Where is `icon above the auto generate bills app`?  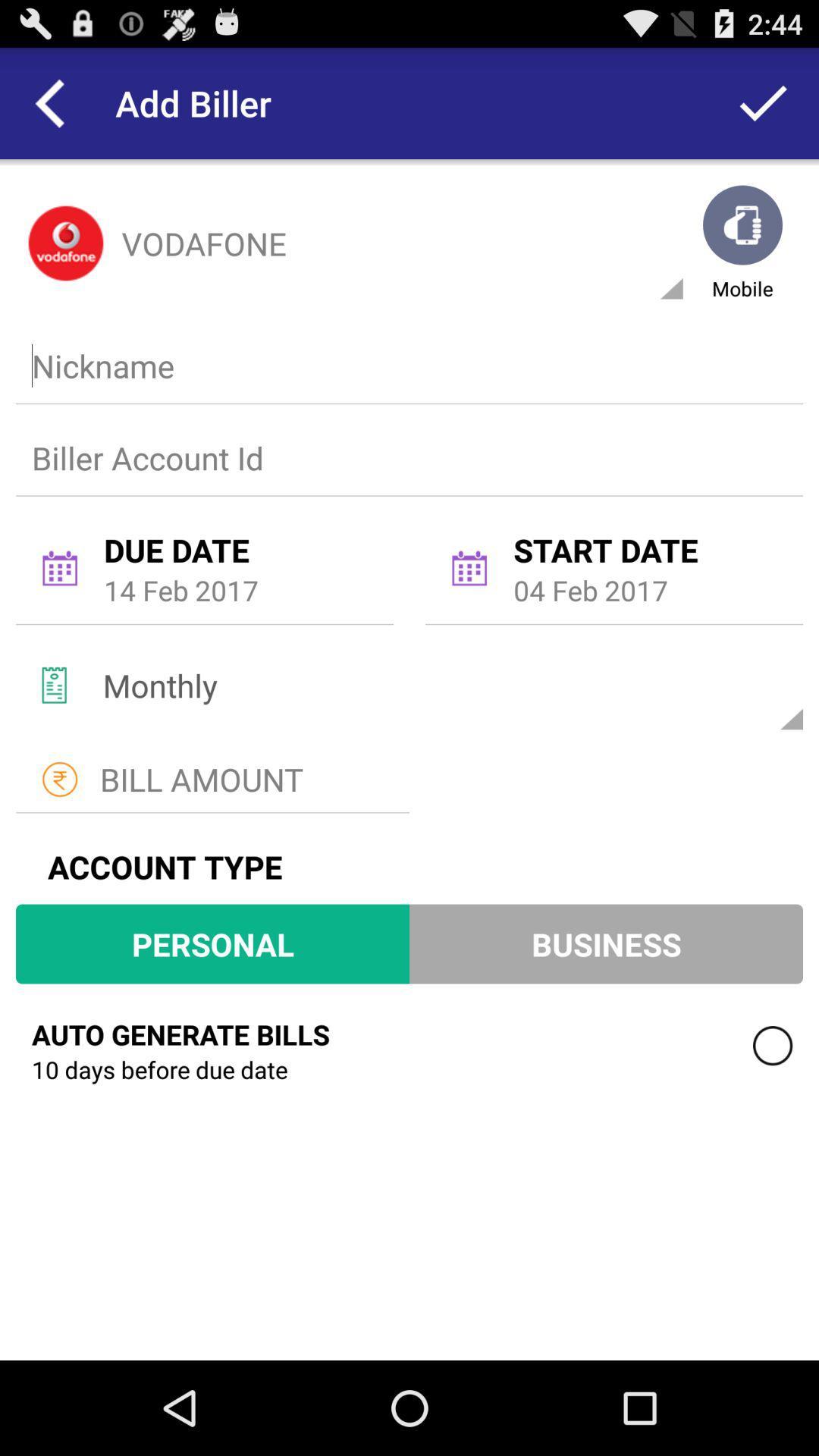 icon above the auto generate bills app is located at coordinates (212, 943).